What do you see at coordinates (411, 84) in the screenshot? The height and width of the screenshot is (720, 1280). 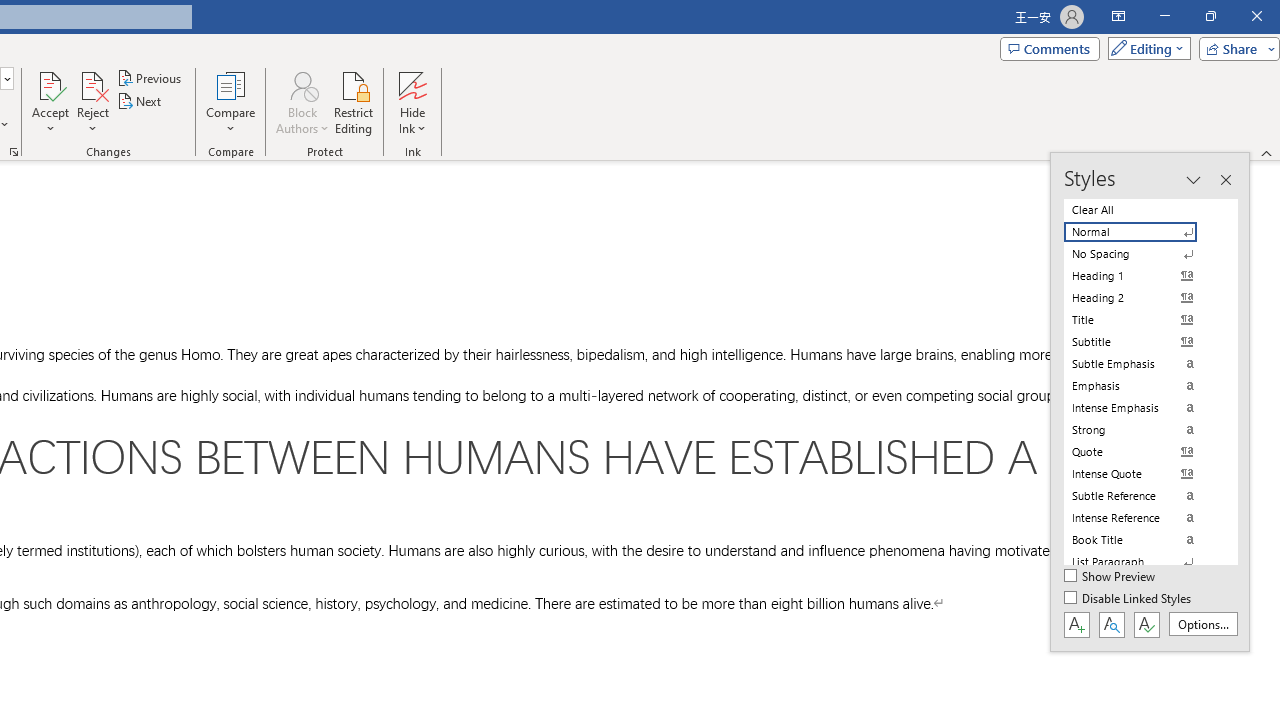 I see `'Hide Ink'` at bounding box center [411, 84].